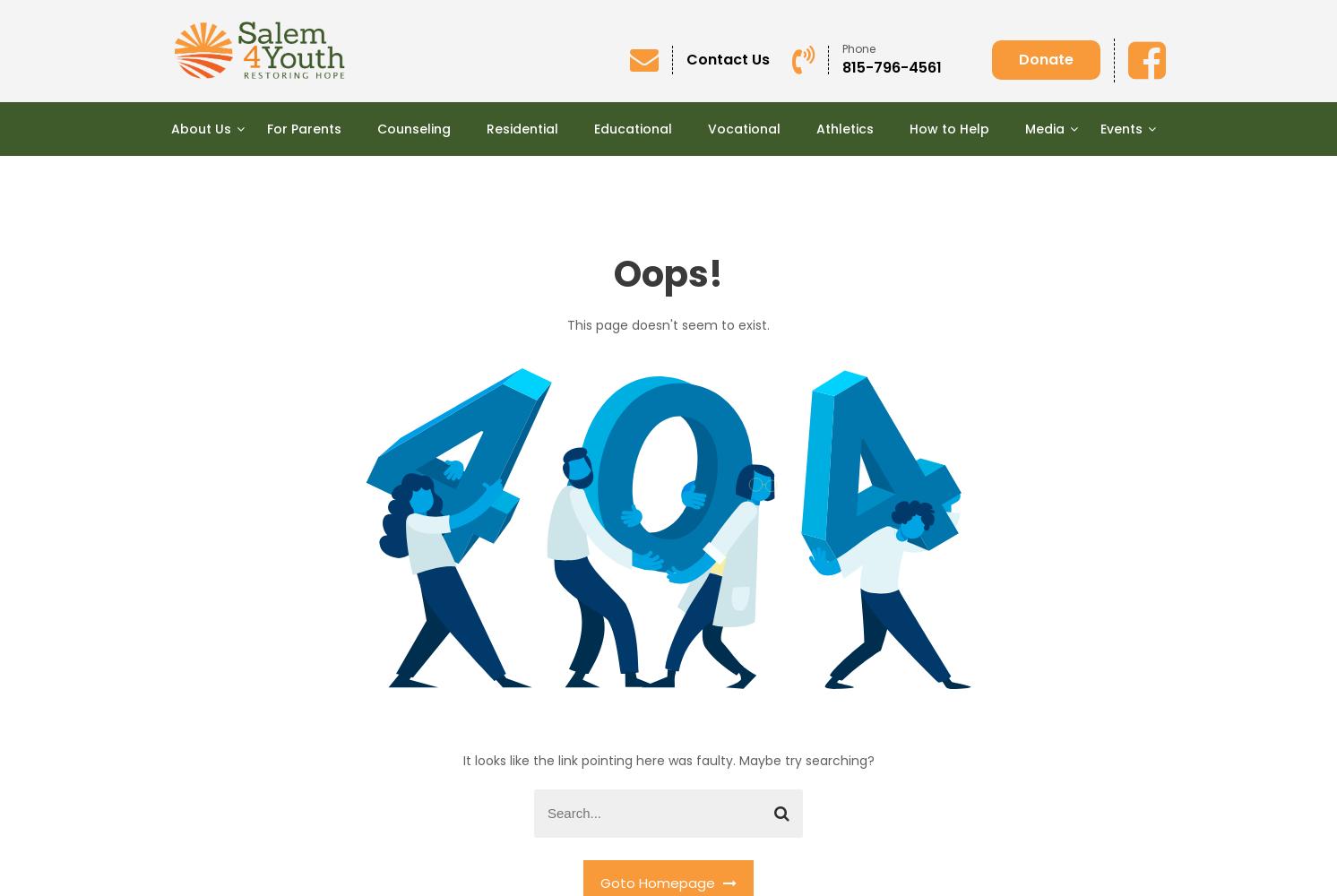  Describe the element at coordinates (1119, 208) in the screenshot. I see `'“FORE THE BOYS!” Annual Golf Outing'` at that location.